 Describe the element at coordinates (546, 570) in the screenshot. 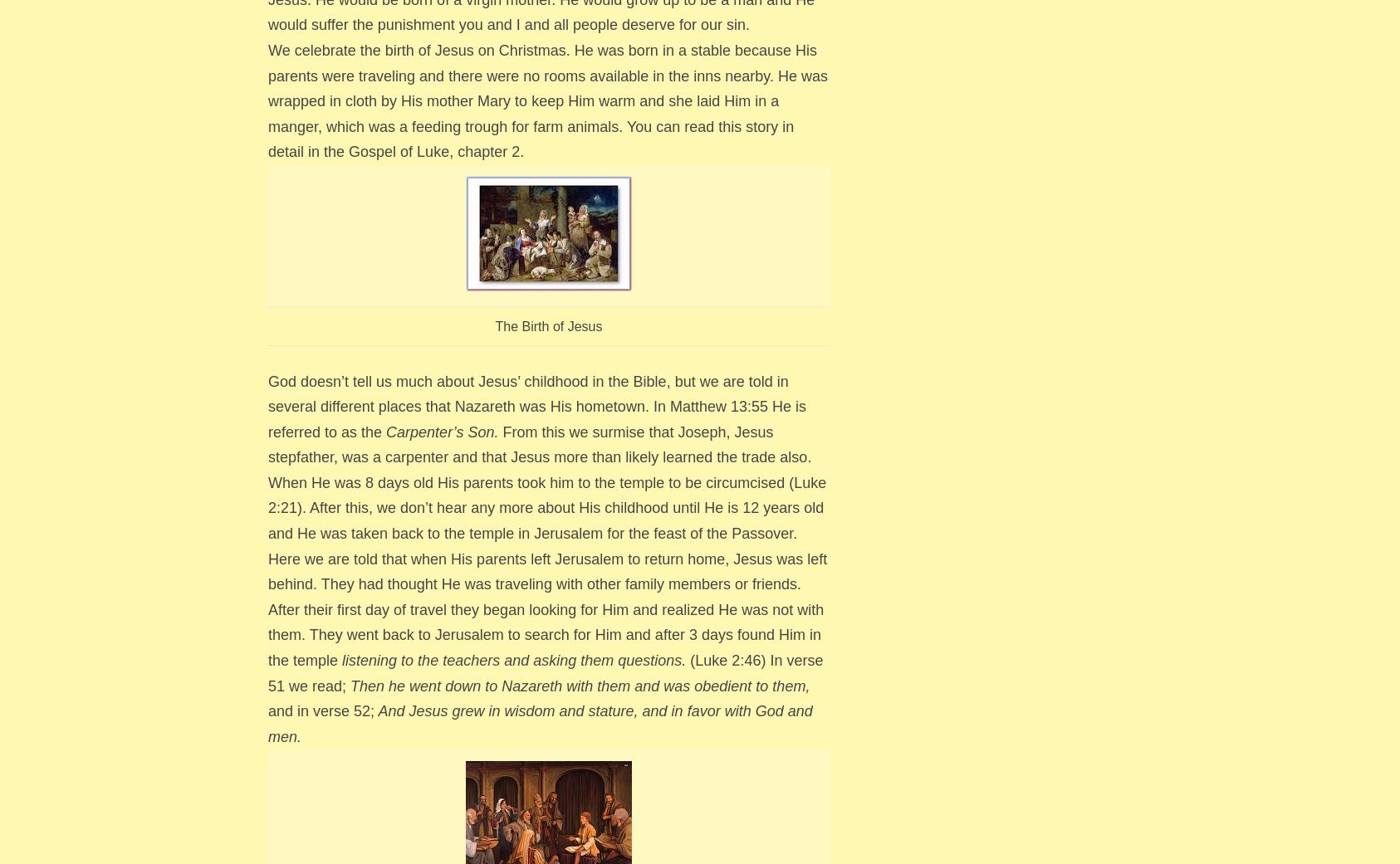

I see `'When He was 8 days old His parents took him to the temple to be circumcised (Luke 2:21). After this, we don’t hear any more about His childhood until He is 12 years old and He was taken back to the temple in Jerusalem for the feast of the Passover. Here we are told that when His parents left Jerusalem to return home, Jesus was left behind. They had thought He was traveling with other family members or friends. After their first day of travel they began looking for Him and realized He was not with them. They went back to Jerusalem to search for Him and after 3 days found Him in the temple'` at that location.